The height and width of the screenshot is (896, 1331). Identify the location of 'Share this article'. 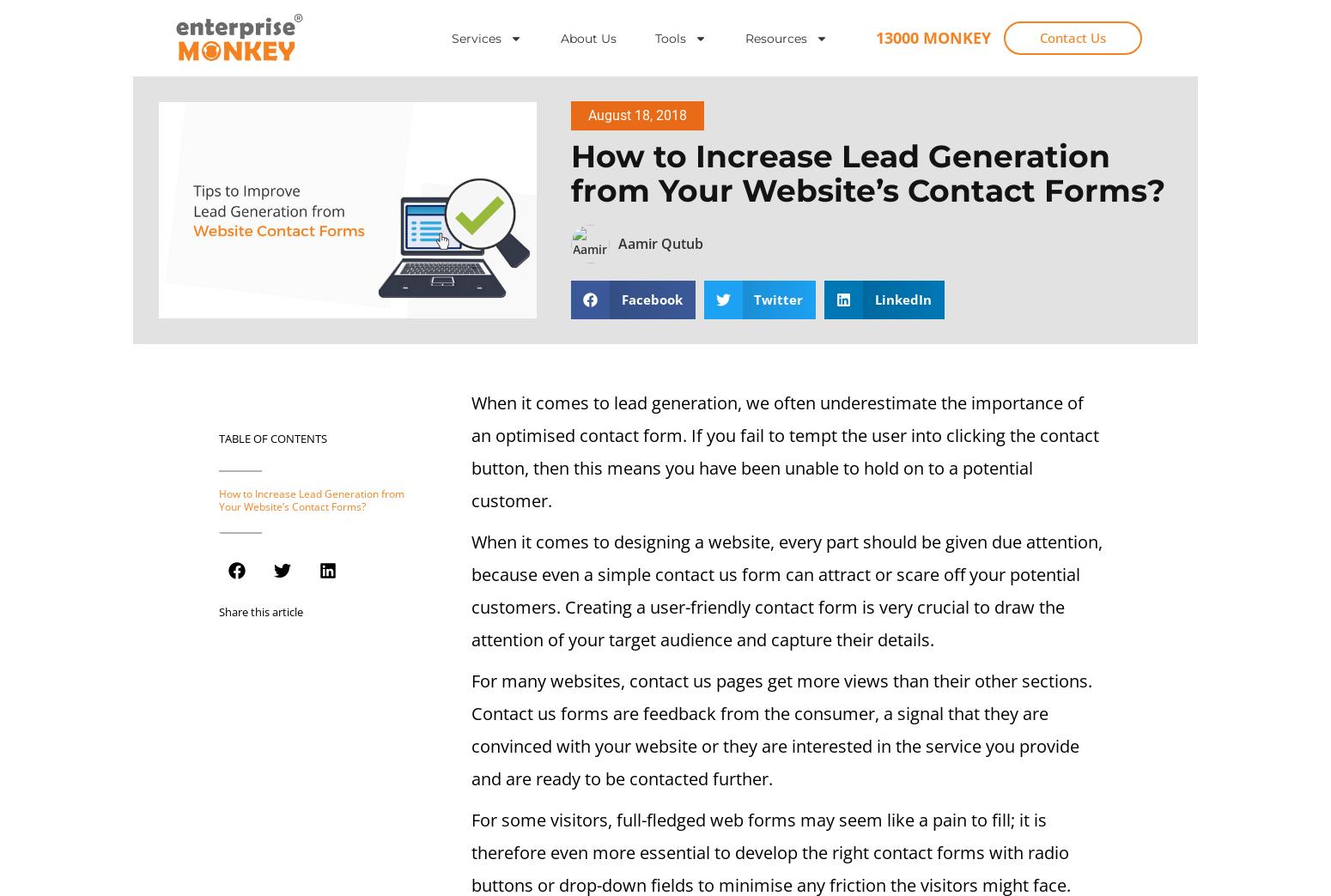
(260, 611).